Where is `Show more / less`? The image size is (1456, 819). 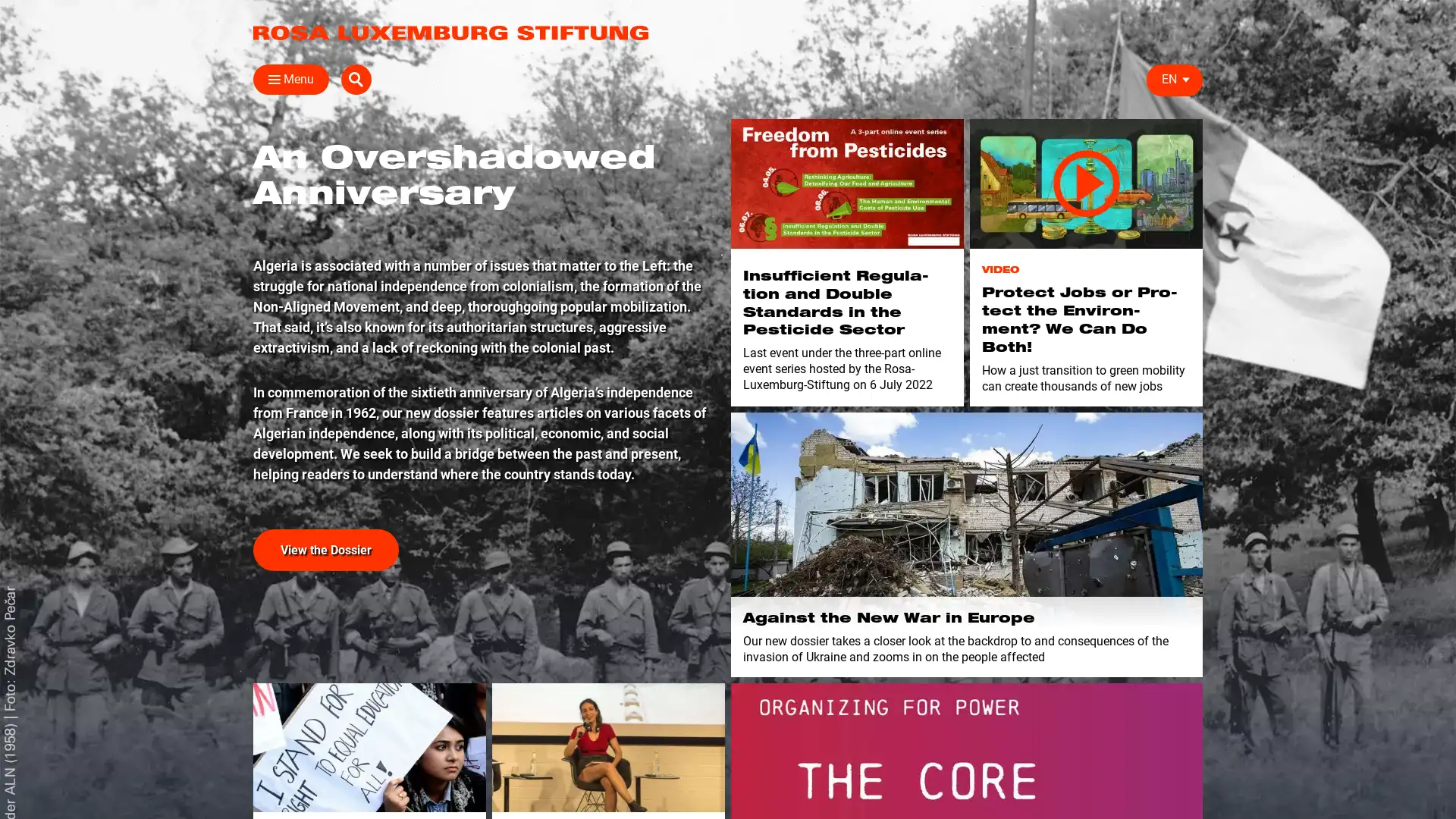 Show more / less is located at coordinates (483, 227).